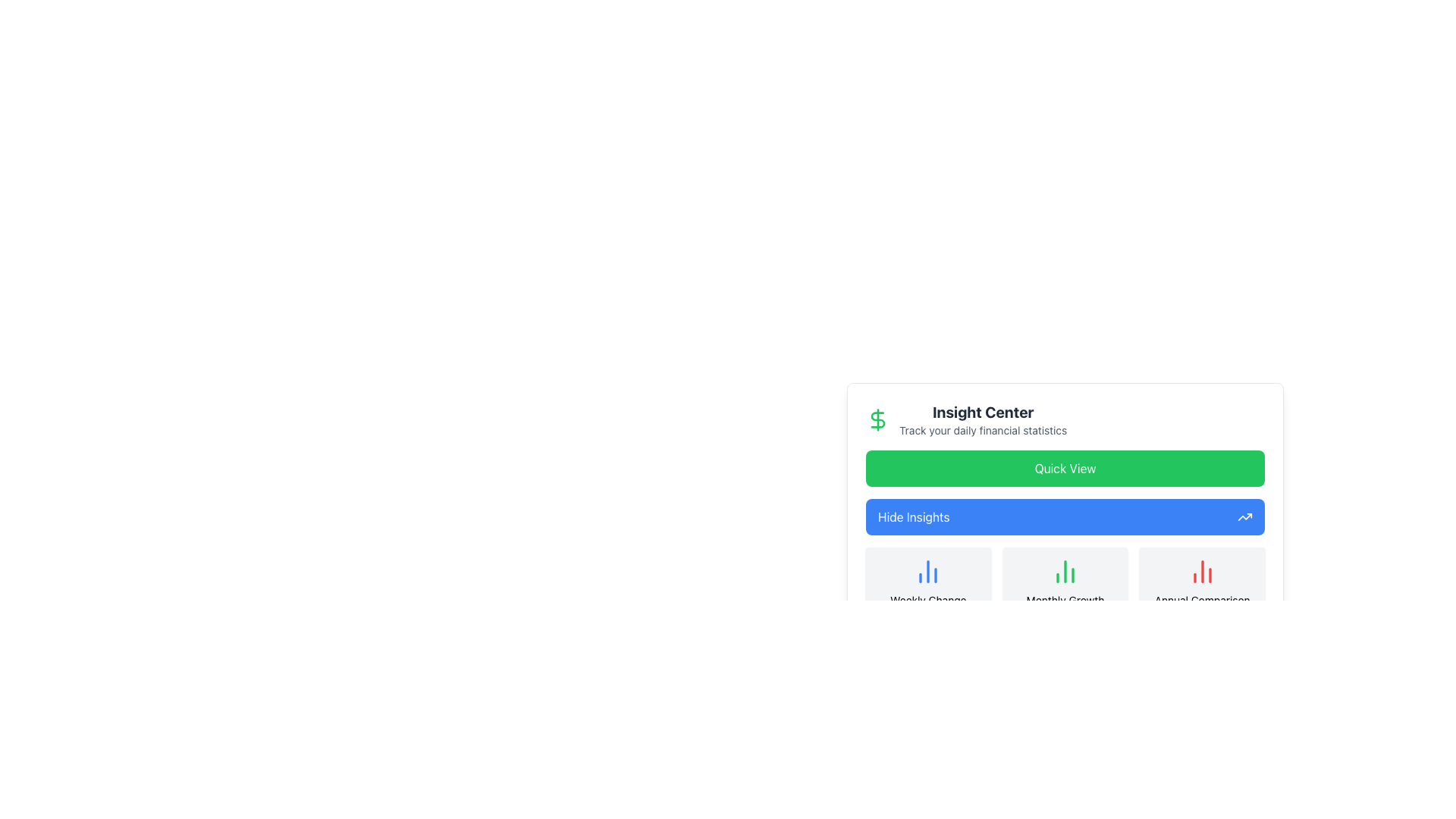 The height and width of the screenshot is (819, 1456). What do you see at coordinates (877, 420) in the screenshot?
I see `the green dollar sign icon, which is styled as a line art icon and is positioned to the left of the 'Insight Center' text block` at bounding box center [877, 420].